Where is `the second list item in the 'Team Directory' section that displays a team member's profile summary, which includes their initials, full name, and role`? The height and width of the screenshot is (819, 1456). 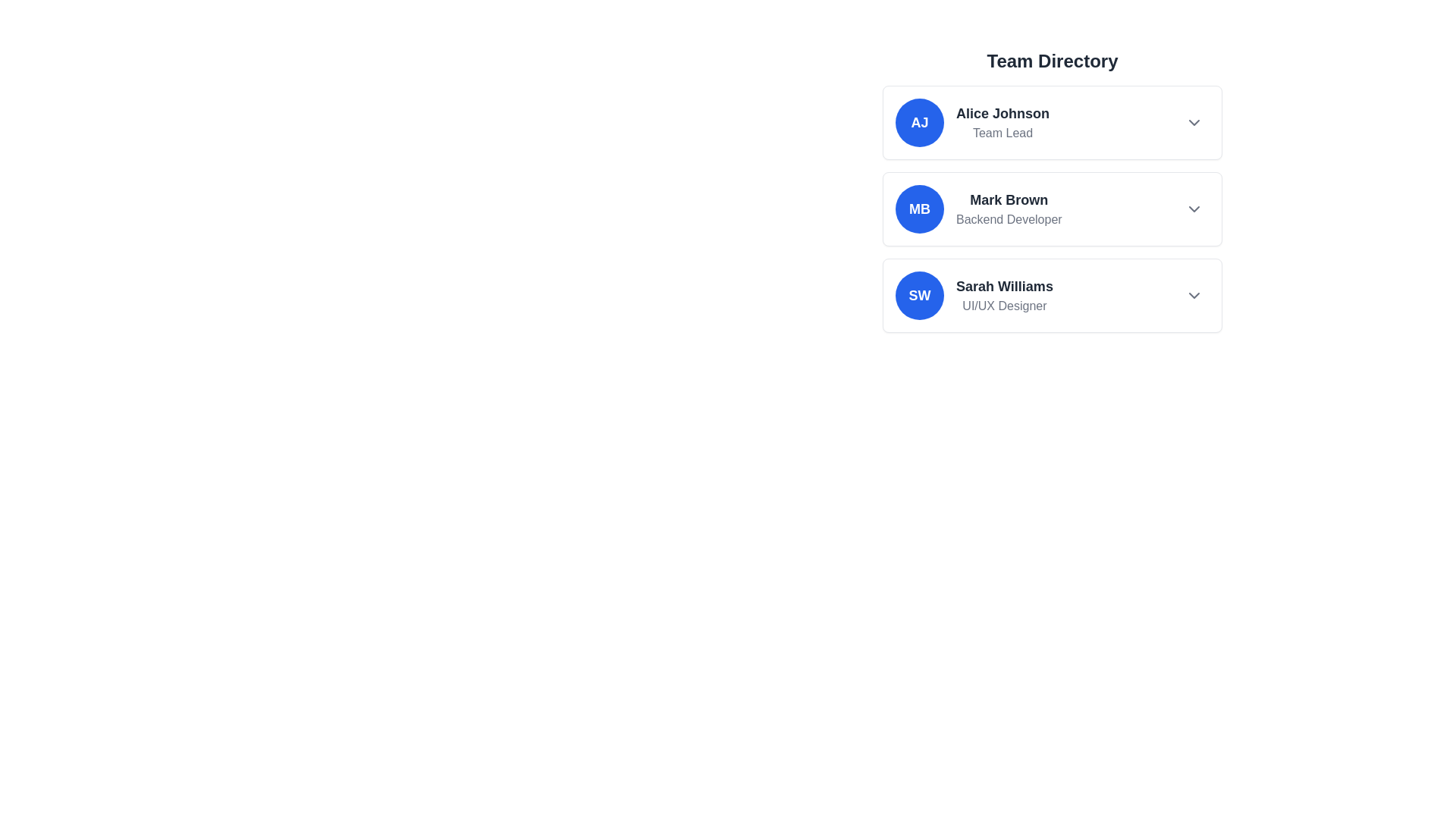
the second list item in the 'Team Directory' section that displays a team member's profile summary, which includes their initials, full name, and role is located at coordinates (1051, 209).